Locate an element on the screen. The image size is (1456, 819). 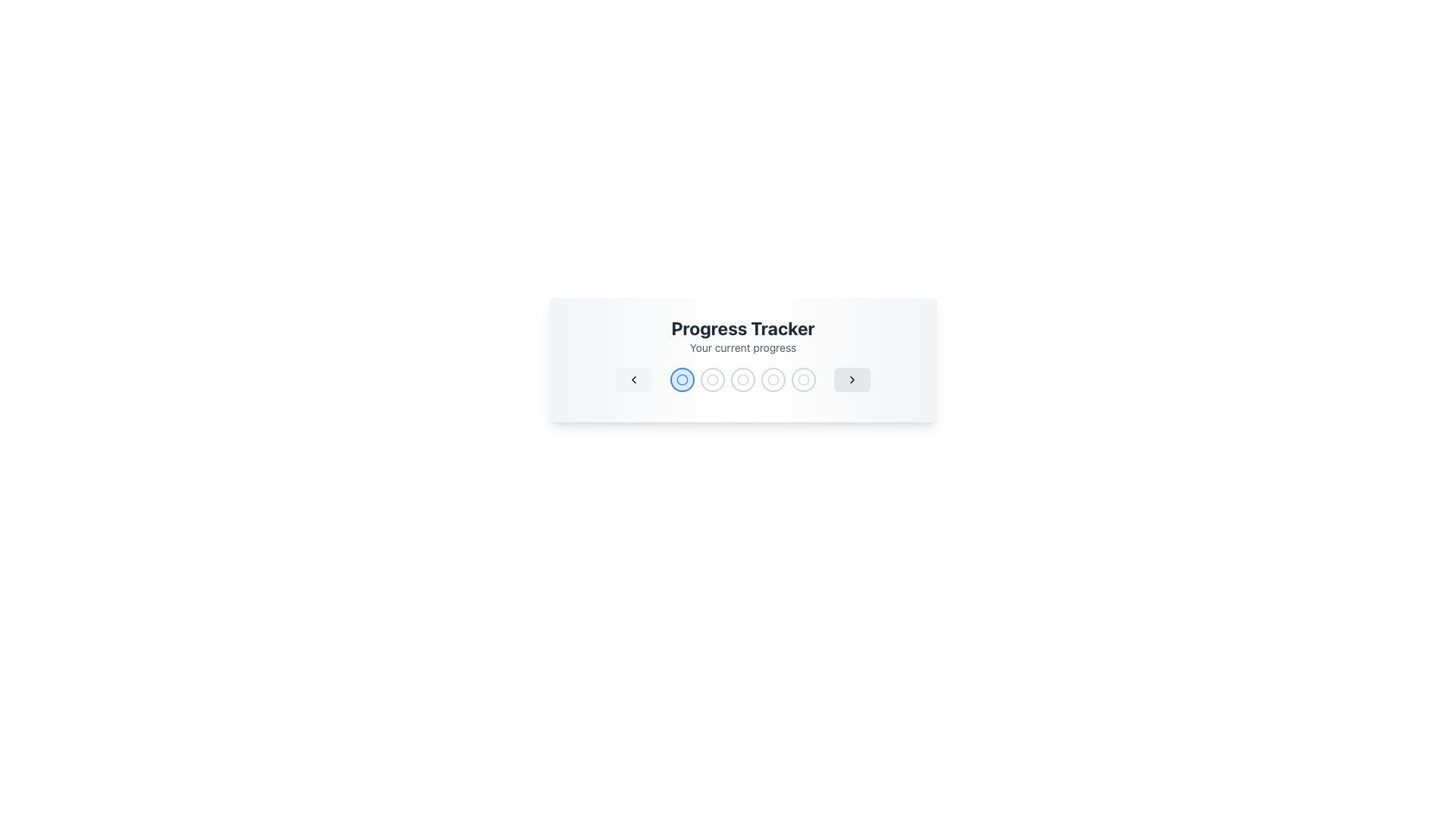
the third clickable circle in the progress tracker is located at coordinates (742, 379).